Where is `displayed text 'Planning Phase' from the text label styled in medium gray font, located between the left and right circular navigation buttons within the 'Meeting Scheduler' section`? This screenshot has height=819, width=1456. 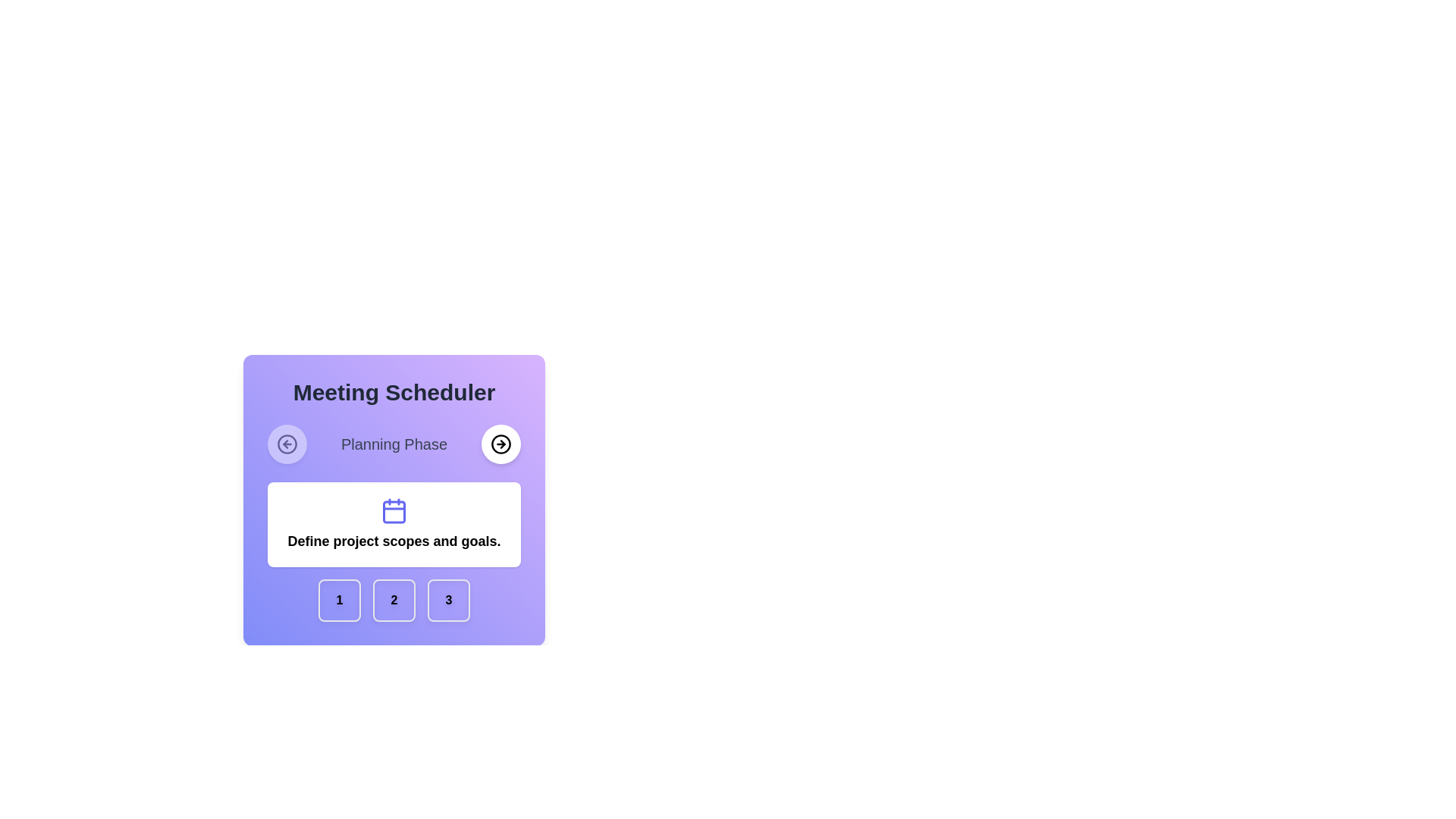 displayed text 'Planning Phase' from the text label styled in medium gray font, located between the left and right circular navigation buttons within the 'Meeting Scheduler' section is located at coordinates (394, 444).